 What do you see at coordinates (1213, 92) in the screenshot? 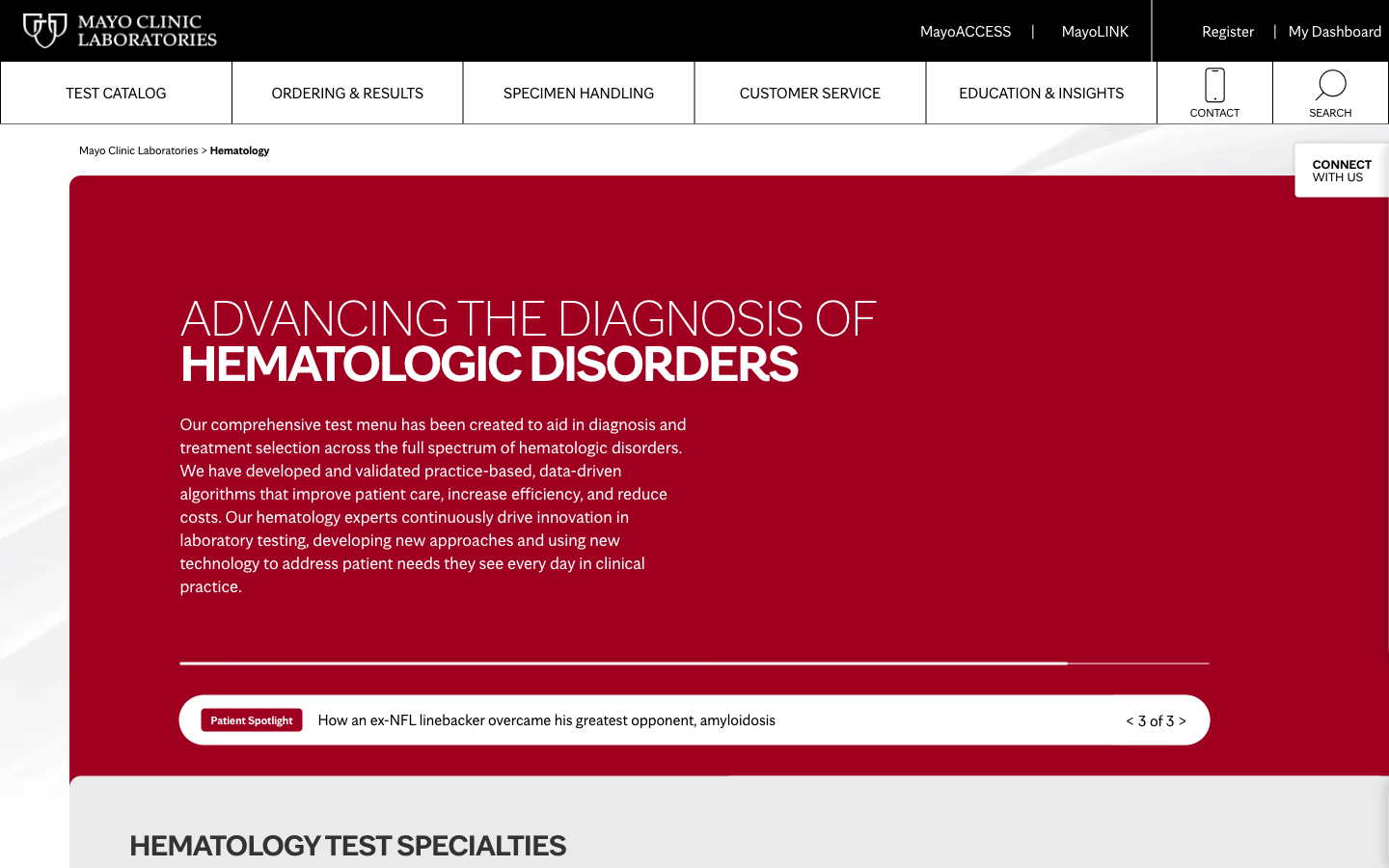
I see `Establish connection with labs of Mayoclinic` at bounding box center [1213, 92].